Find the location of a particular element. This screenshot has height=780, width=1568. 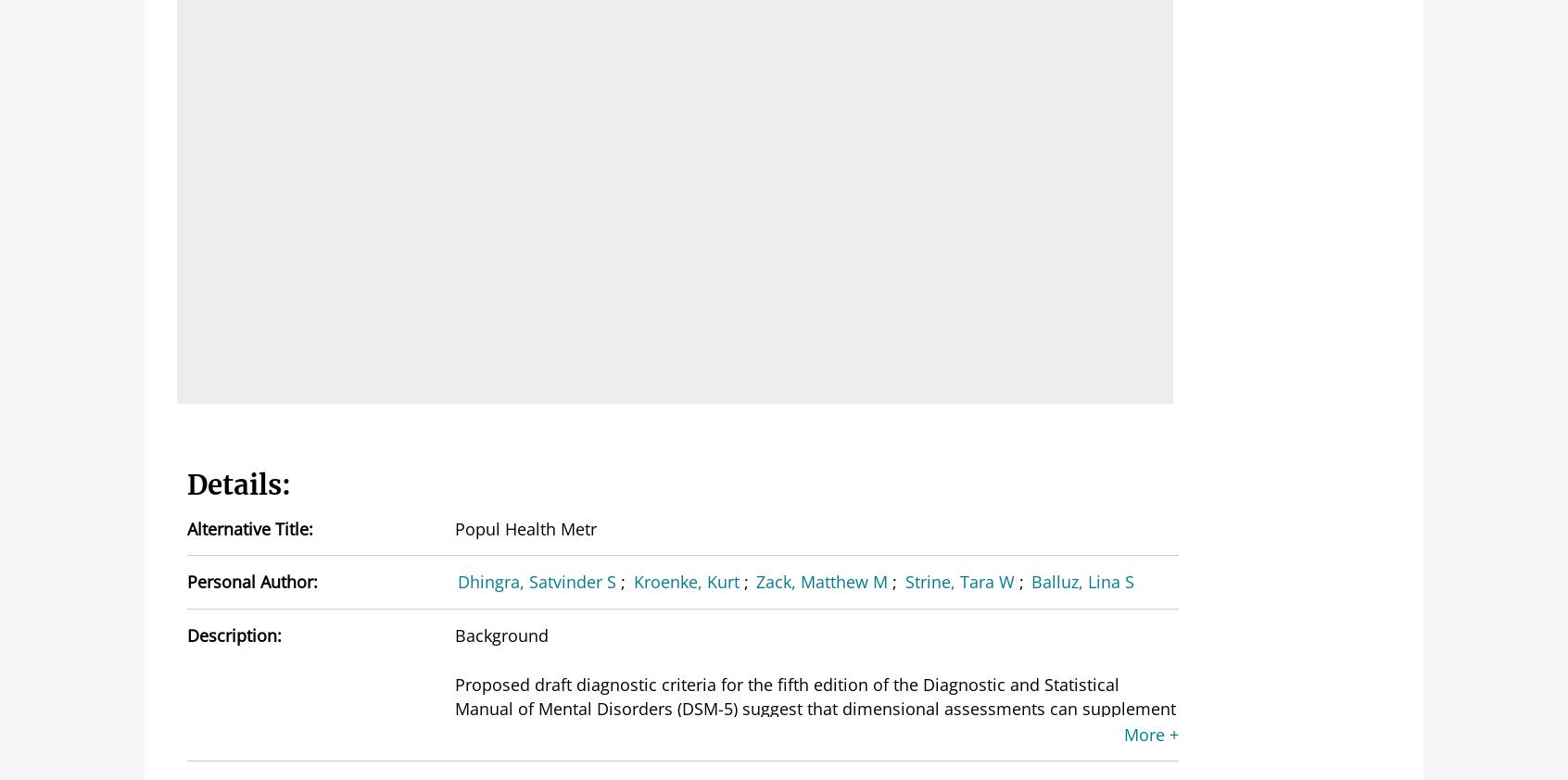

'Background' is located at coordinates (500, 634).